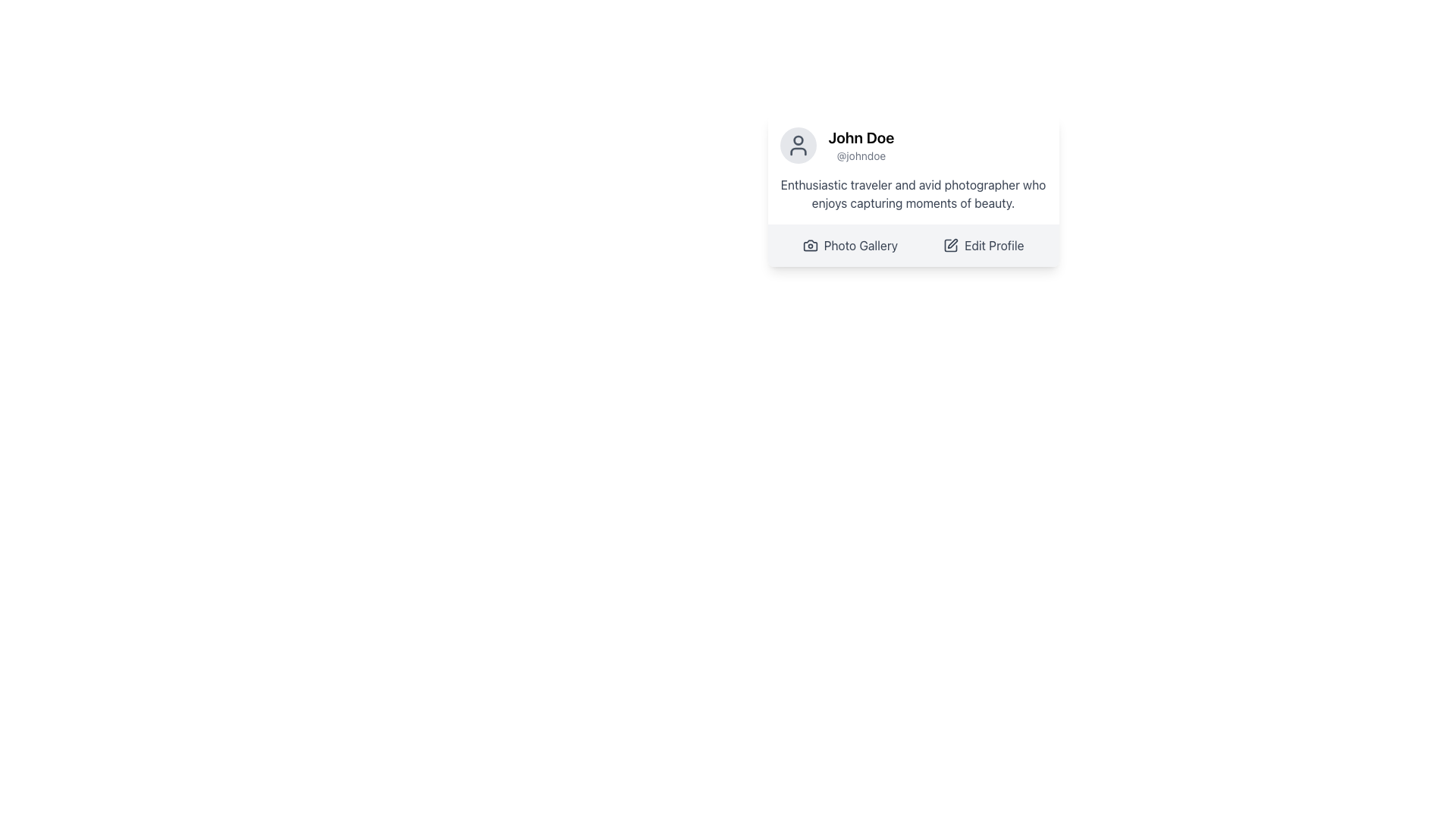  I want to click on the pen-like icon styled with a simple outline, so click(950, 245).